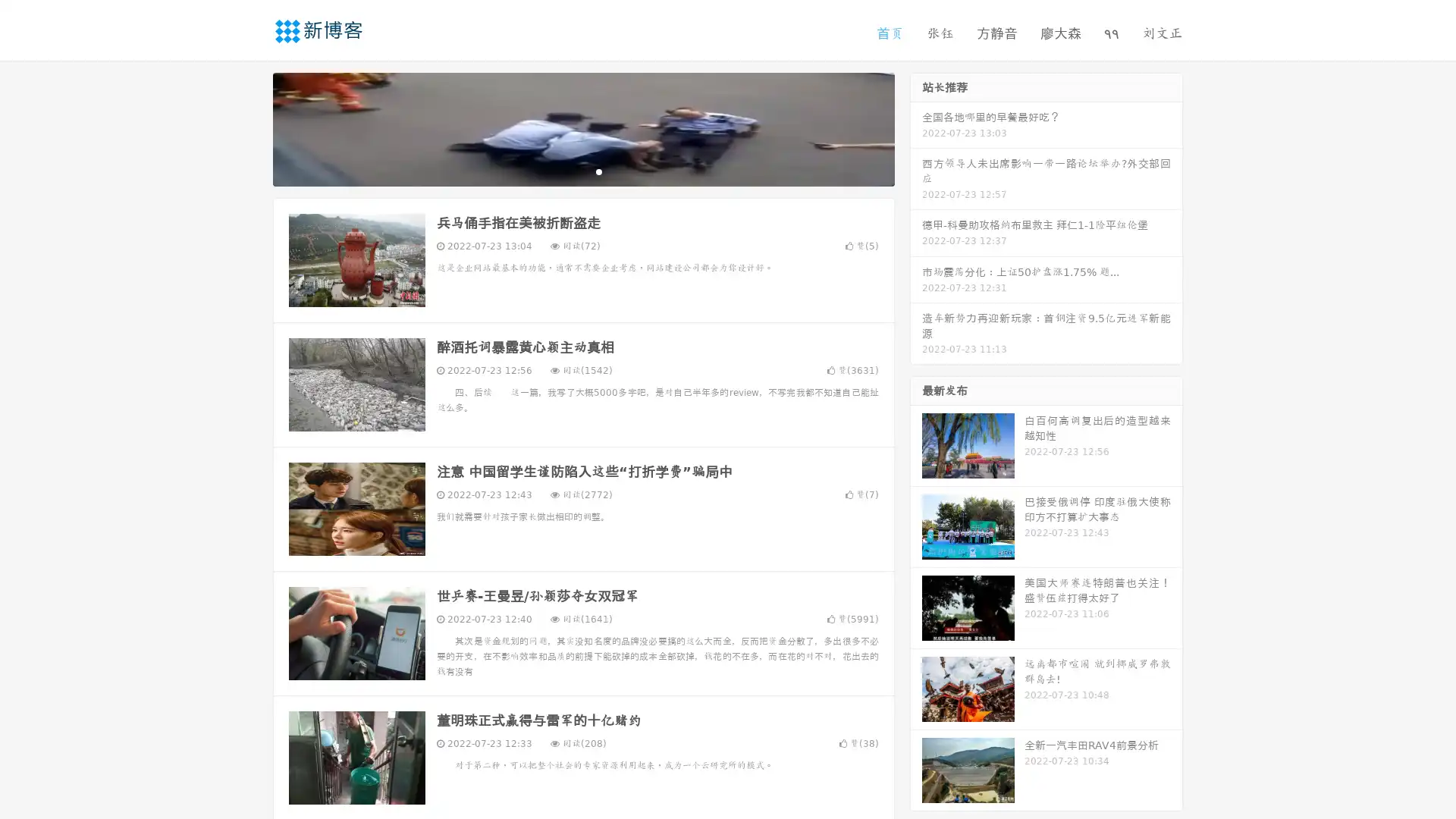  What do you see at coordinates (916, 127) in the screenshot?
I see `Next slide` at bounding box center [916, 127].